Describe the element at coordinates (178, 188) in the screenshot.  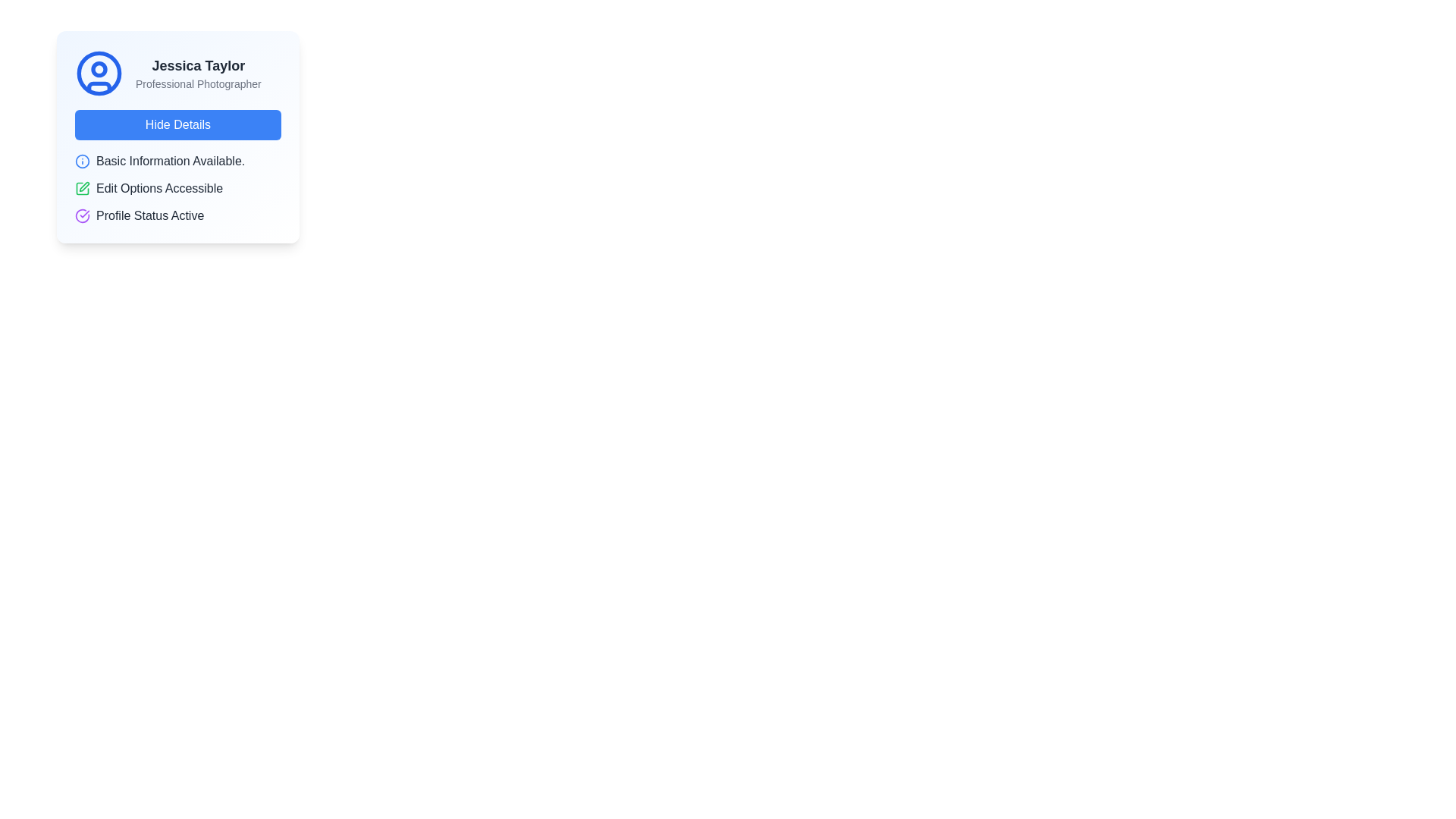
I see `the text indicator for editing options, which is positioned between 'Basic Information Available' and 'Profile Status Active'` at that location.